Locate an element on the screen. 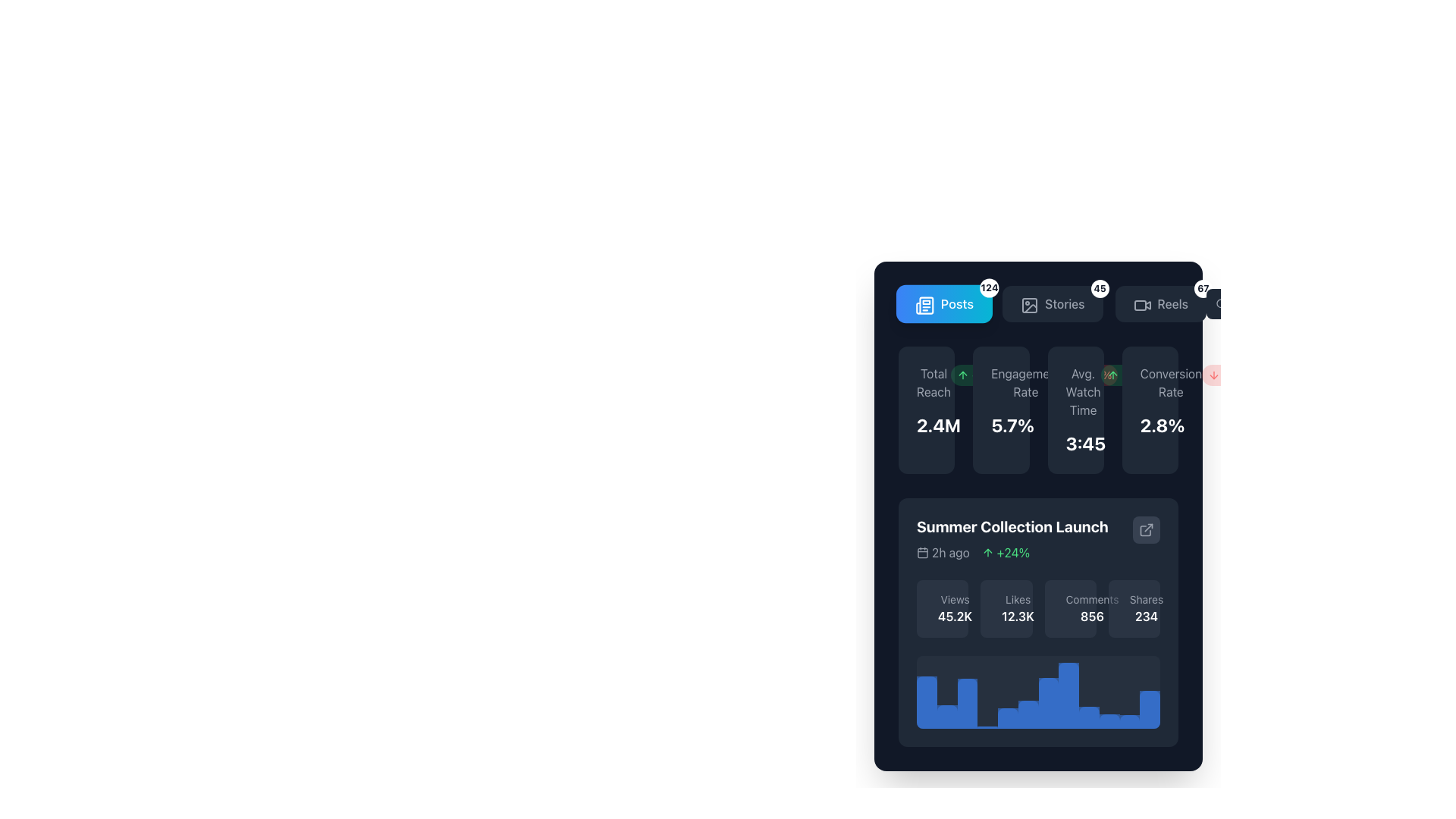 This screenshot has height=819, width=1456. the label displaying the number of comments ('856') is located at coordinates (1092, 607).